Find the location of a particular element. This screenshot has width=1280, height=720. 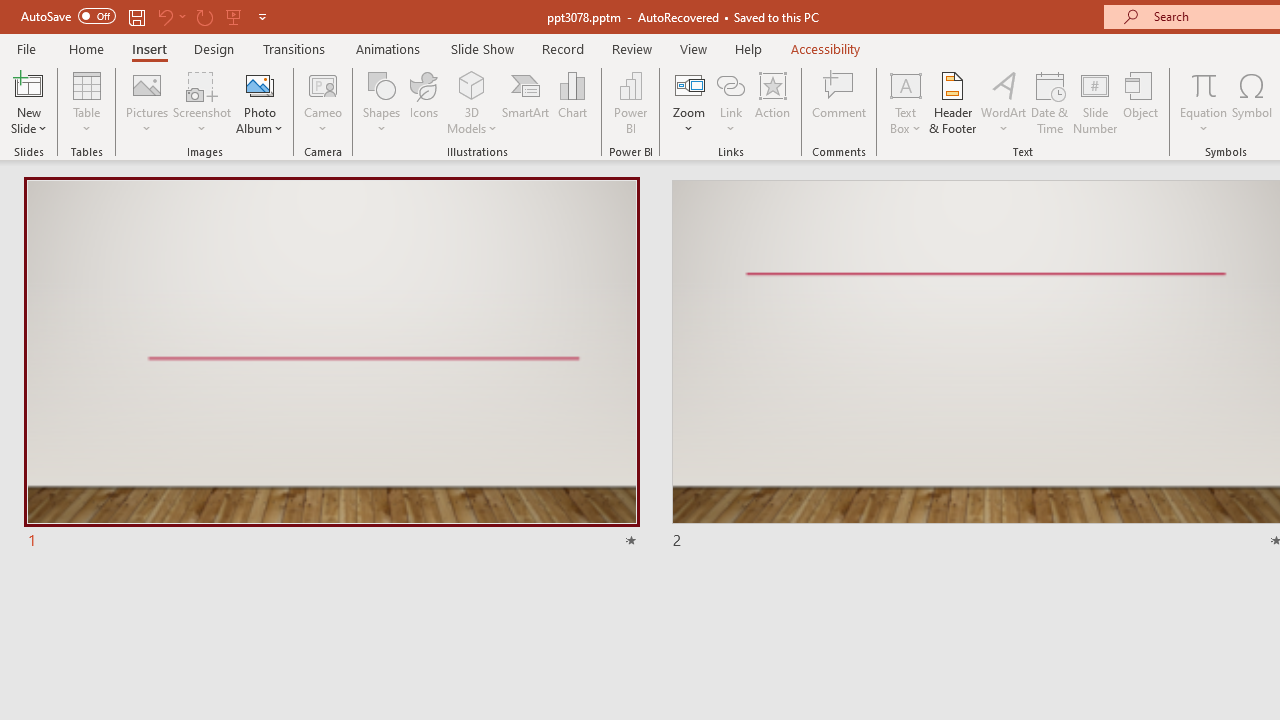

'3D Models' is located at coordinates (471, 103).